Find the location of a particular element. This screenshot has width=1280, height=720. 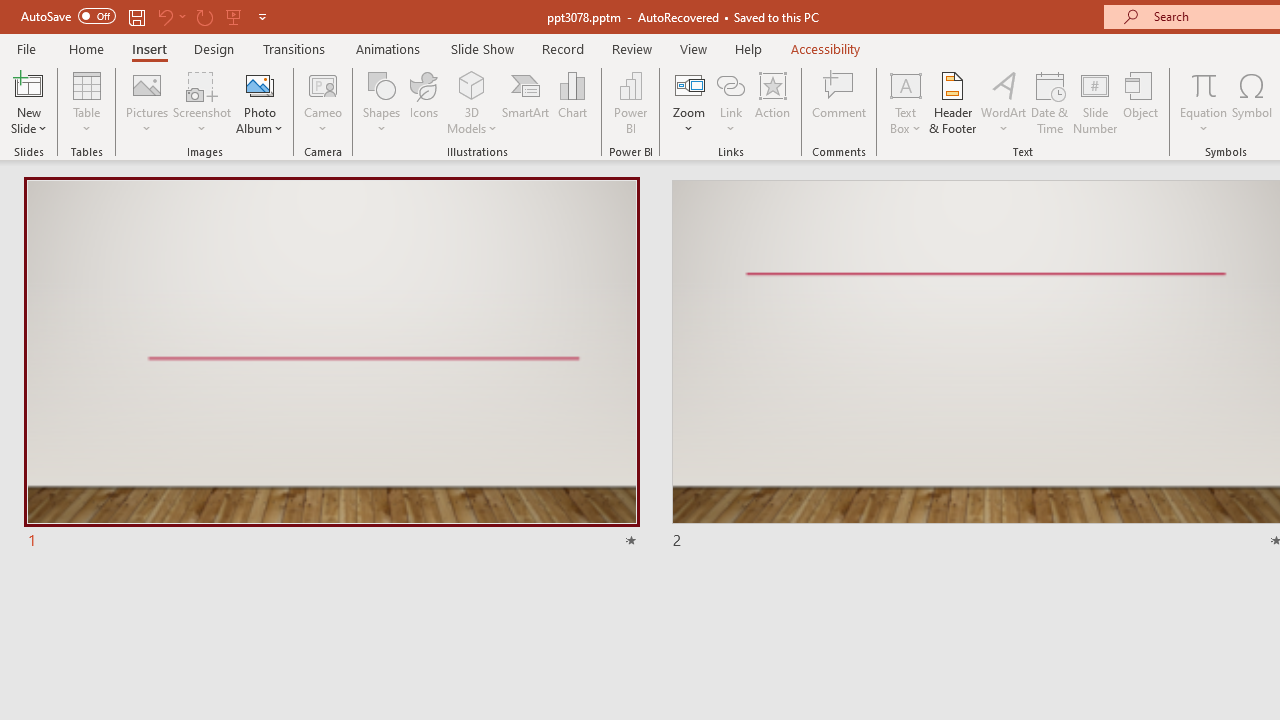

'3D Models' is located at coordinates (471, 103).